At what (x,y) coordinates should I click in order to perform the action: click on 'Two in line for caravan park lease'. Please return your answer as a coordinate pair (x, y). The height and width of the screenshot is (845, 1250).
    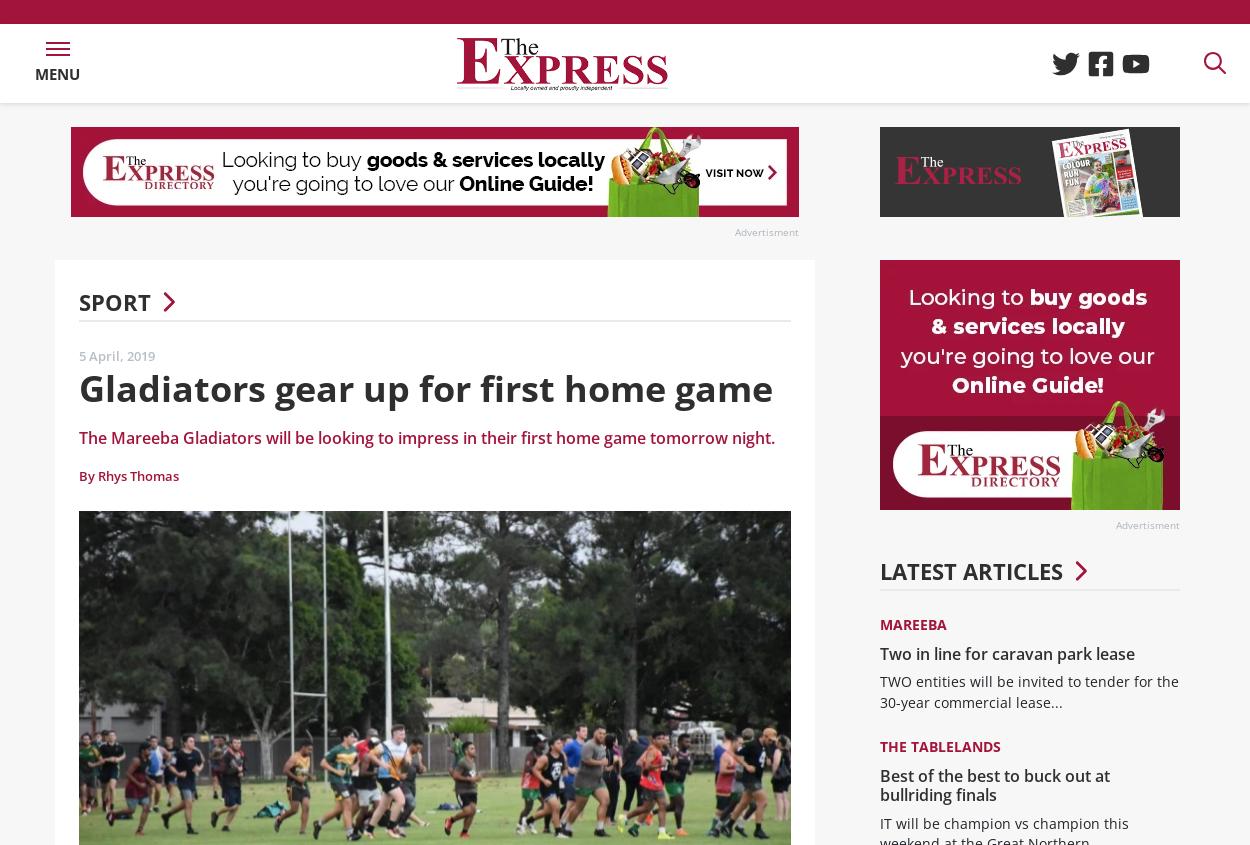
    Looking at the image, I should click on (1007, 668).